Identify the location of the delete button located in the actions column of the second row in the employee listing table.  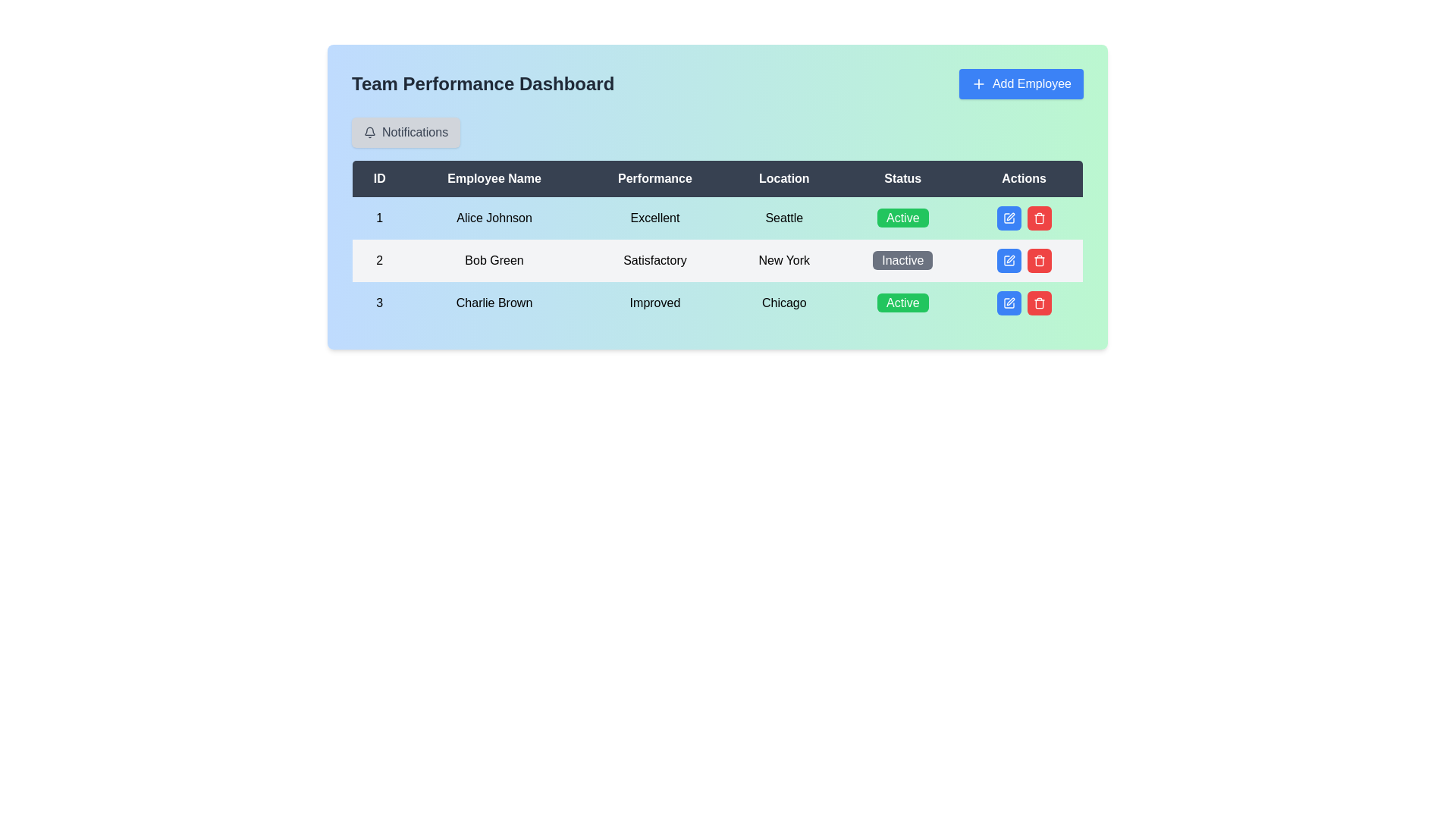
(1038, 303).